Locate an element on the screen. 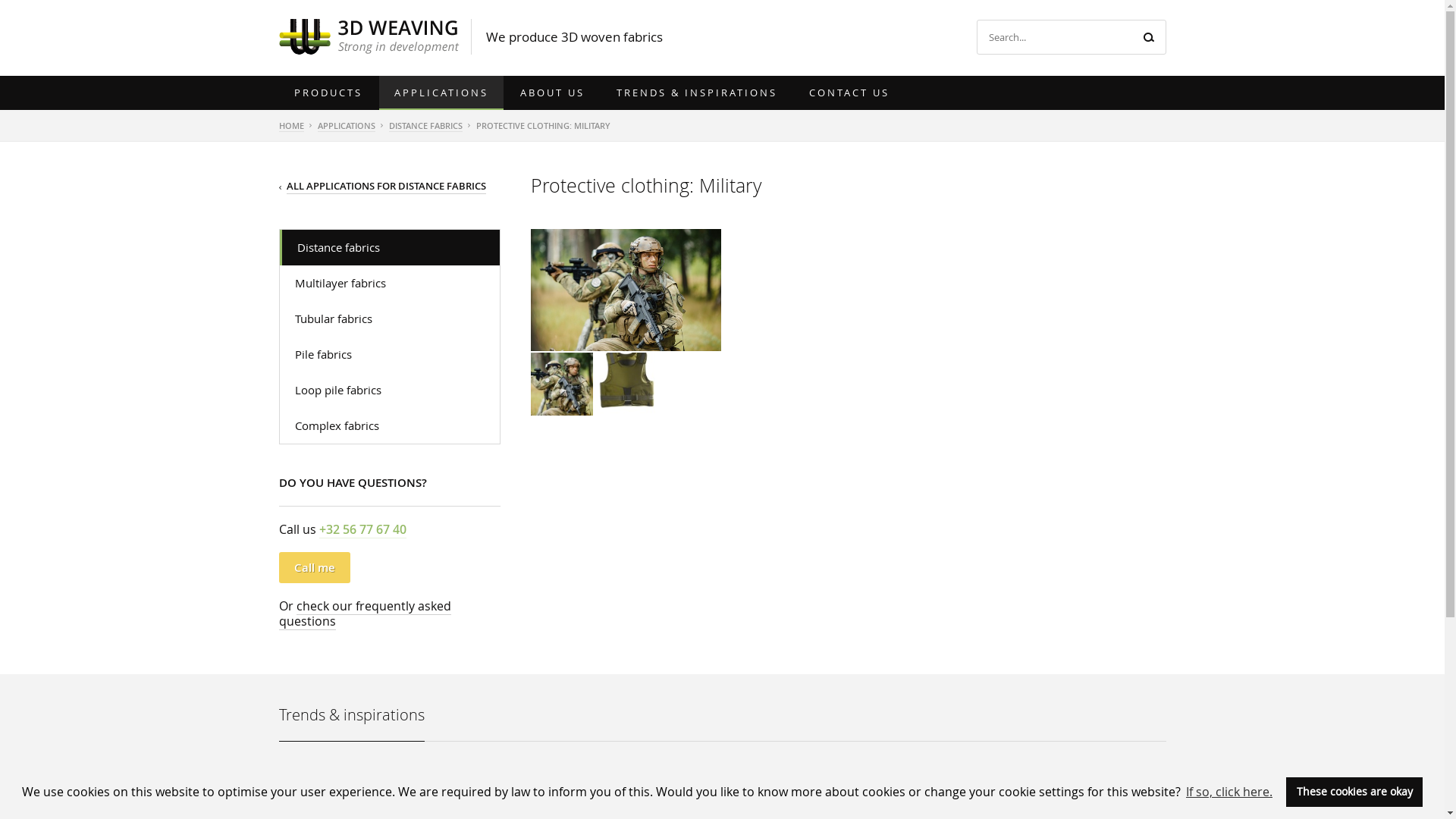  '3D Weaving' is located at coordinates (369, 36).